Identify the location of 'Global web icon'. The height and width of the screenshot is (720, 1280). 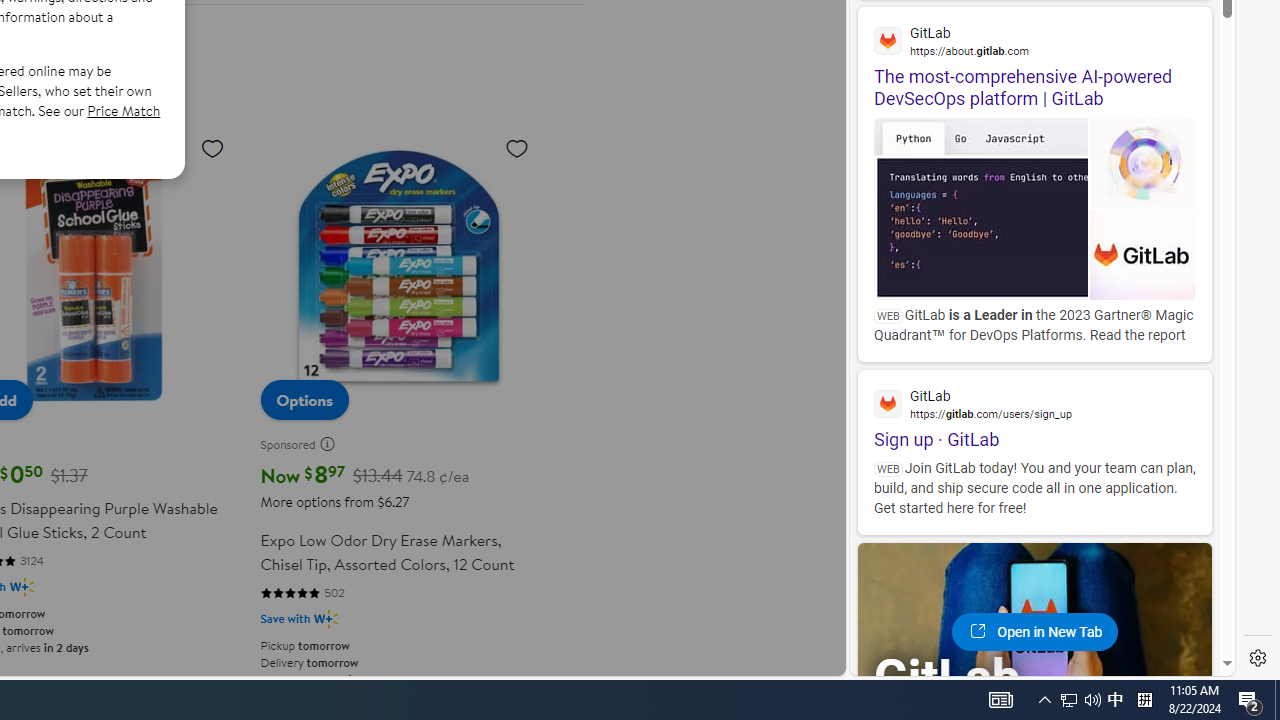
(887, 403).